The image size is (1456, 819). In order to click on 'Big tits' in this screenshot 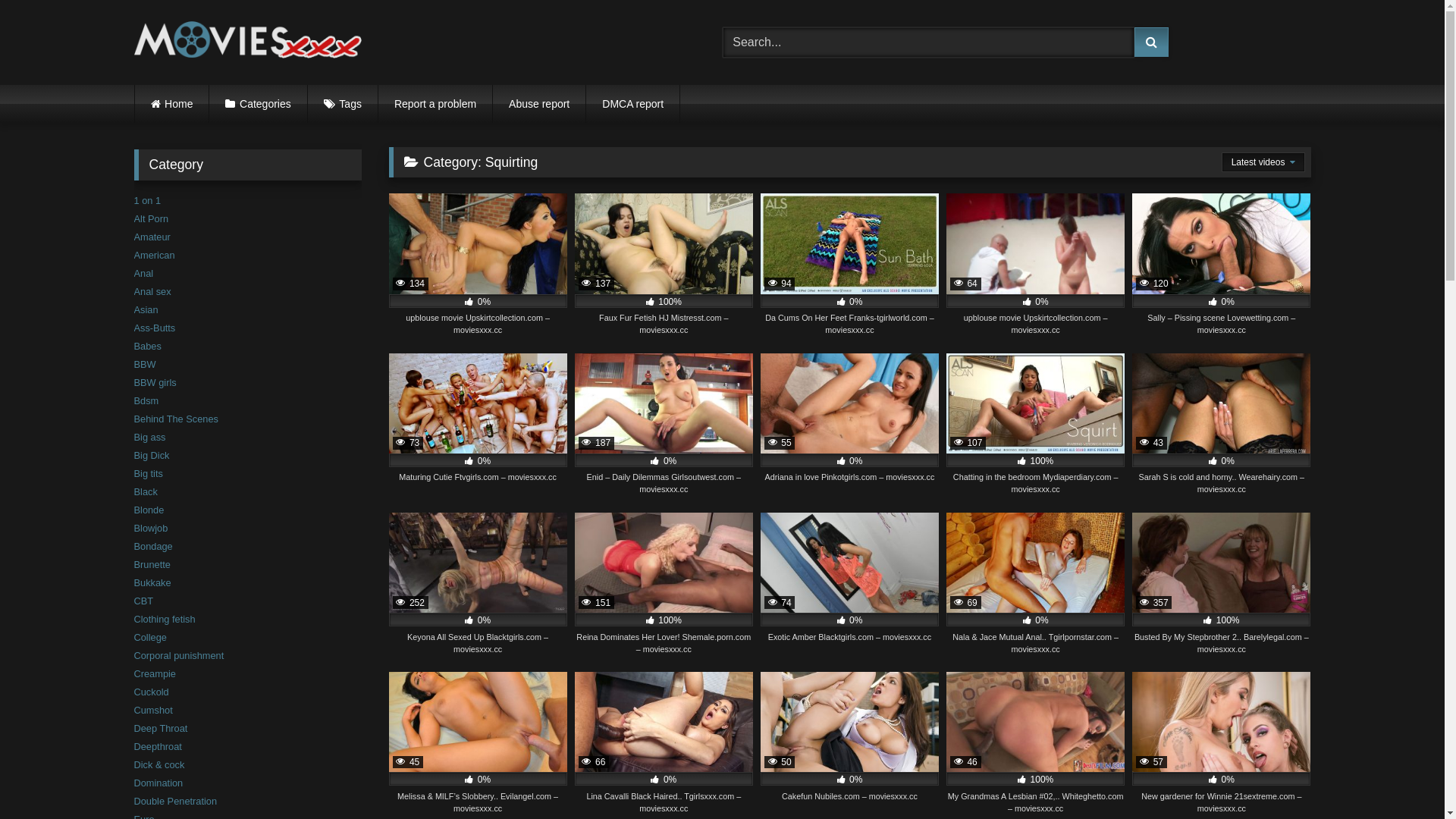, I will do `click(148, 472)`.